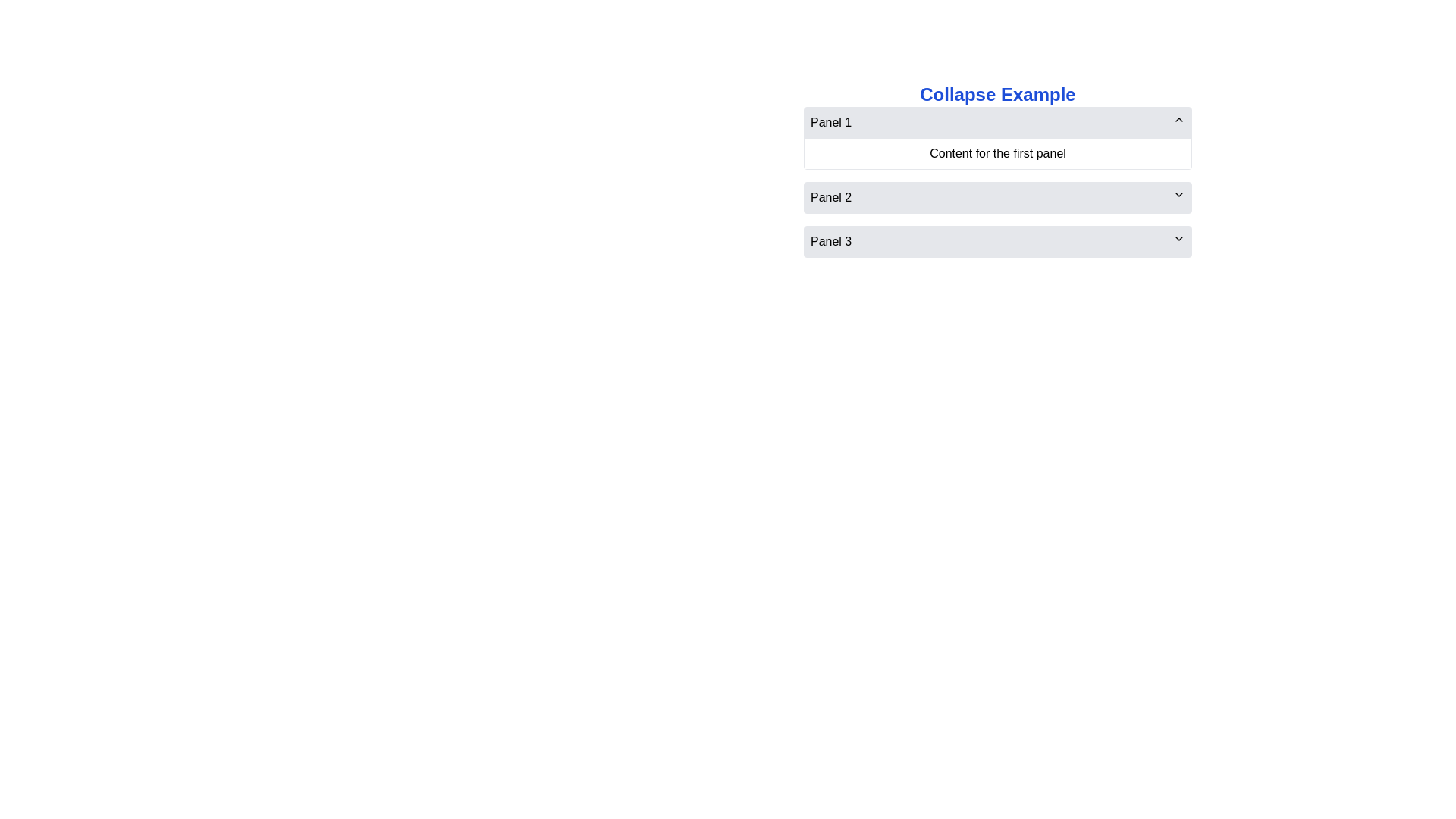 The image size is (1456, 819). I want to click on the Chevron Down icon located to the far right of the 'Panel 3' bar, so click(1178, 239).